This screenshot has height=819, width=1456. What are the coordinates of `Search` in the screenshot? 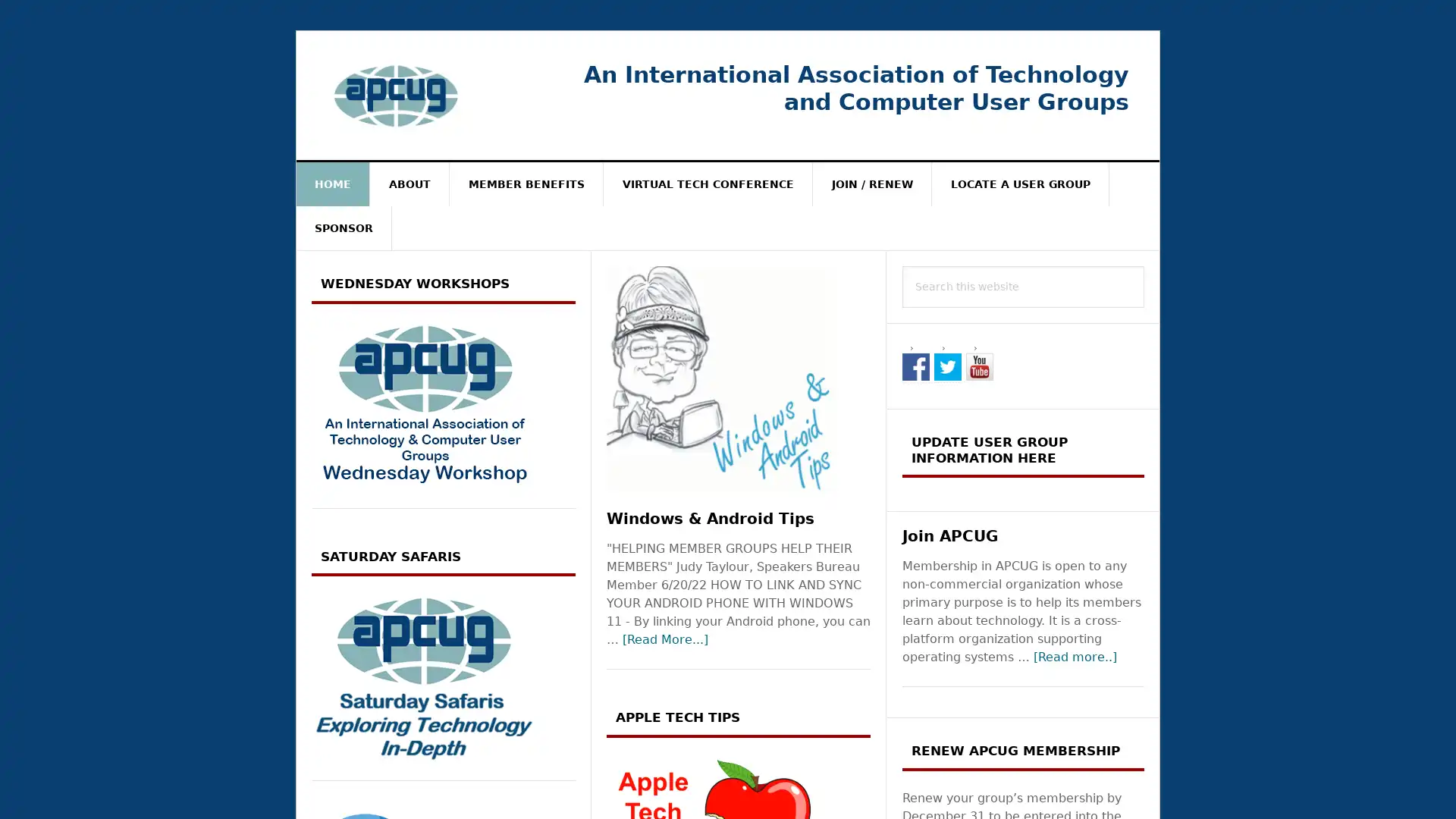 It's located at (1144, 265).